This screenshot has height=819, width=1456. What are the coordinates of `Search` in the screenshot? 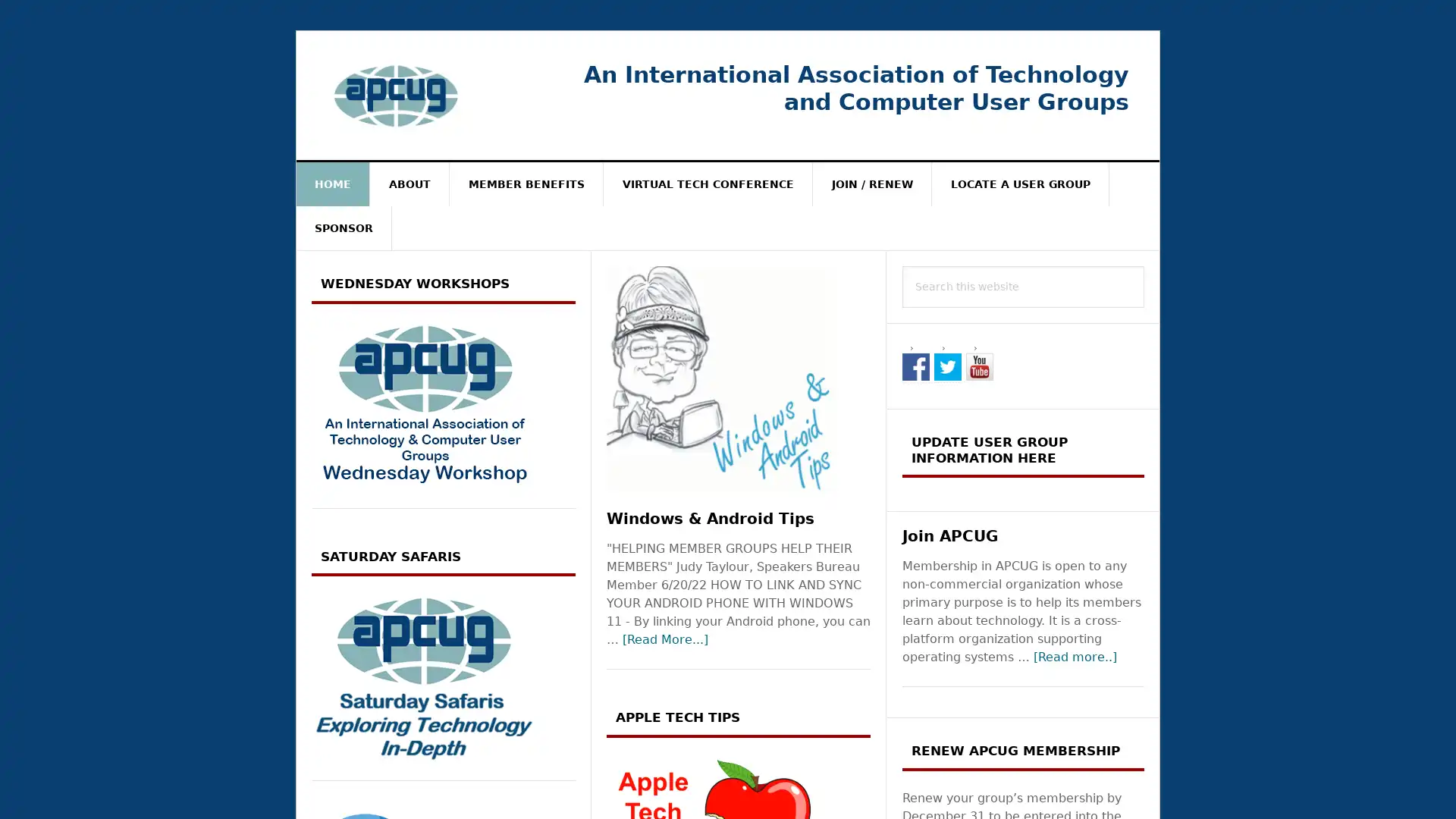 It's located at (1144, 265).